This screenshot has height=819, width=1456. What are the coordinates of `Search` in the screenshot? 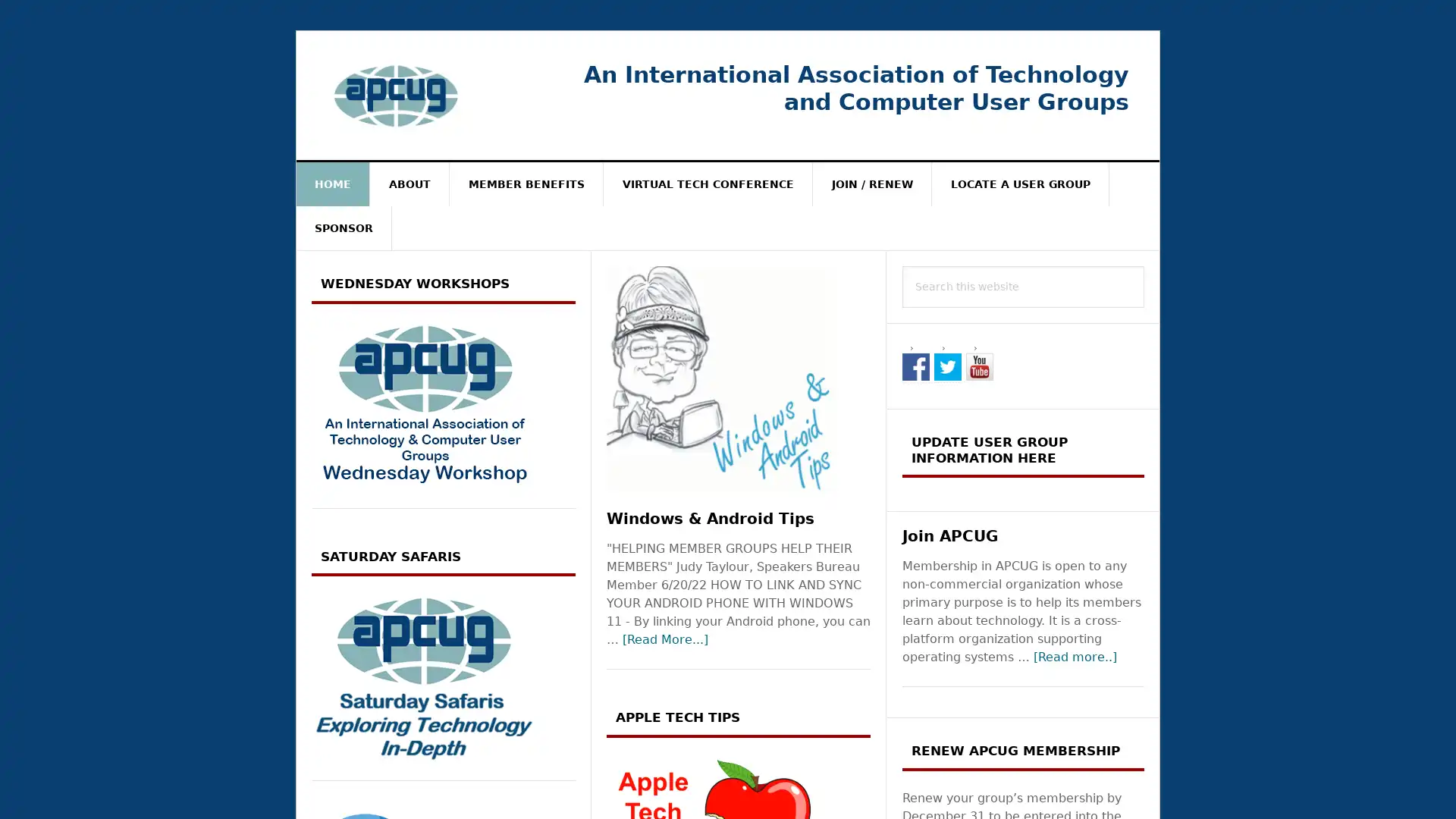 It's located at (1144, 265).